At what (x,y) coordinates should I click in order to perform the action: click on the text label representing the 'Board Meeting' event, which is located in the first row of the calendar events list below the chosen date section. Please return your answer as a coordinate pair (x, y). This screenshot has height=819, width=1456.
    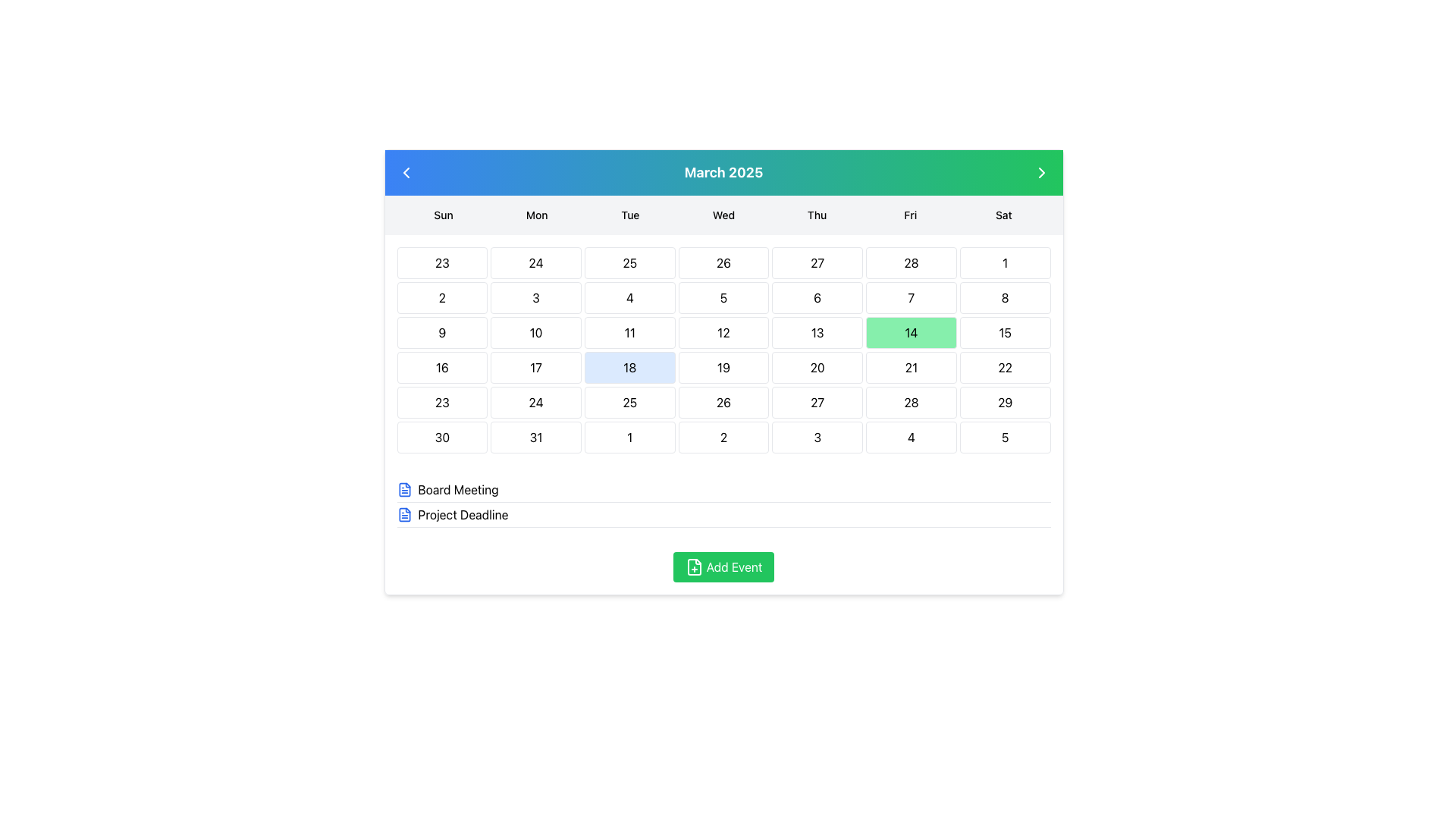
    Looking at the image, I should click on (457, 489).